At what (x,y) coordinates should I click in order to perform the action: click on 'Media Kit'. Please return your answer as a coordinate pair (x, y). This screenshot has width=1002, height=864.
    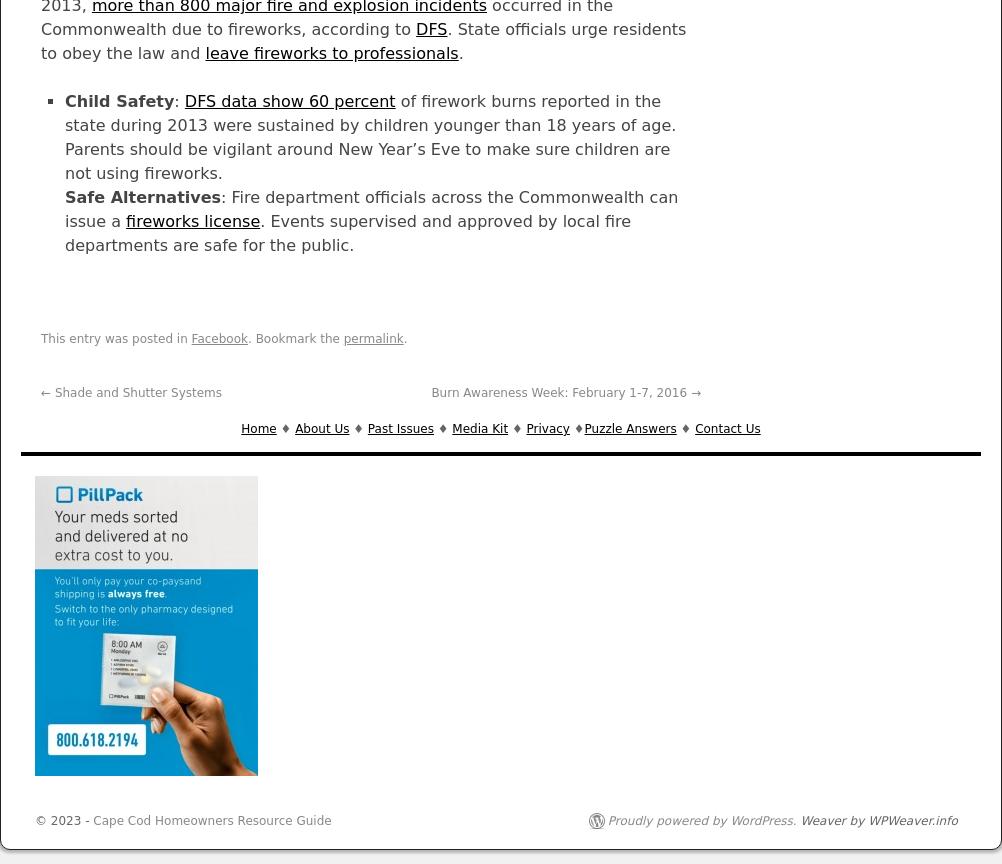
    Looking at the image, I should click on (478, 427).